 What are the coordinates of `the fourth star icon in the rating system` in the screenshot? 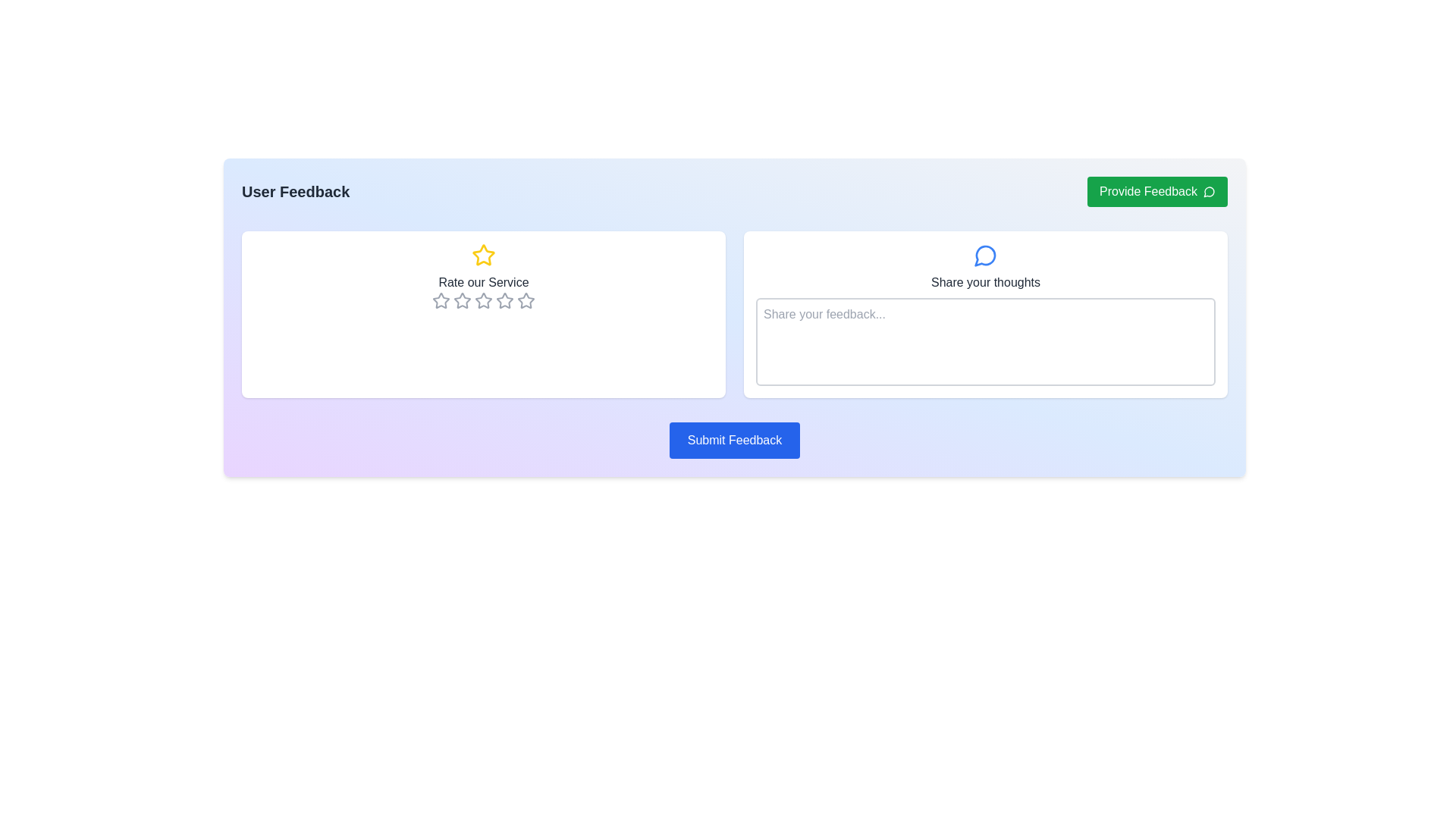 It's located at (526, 300).